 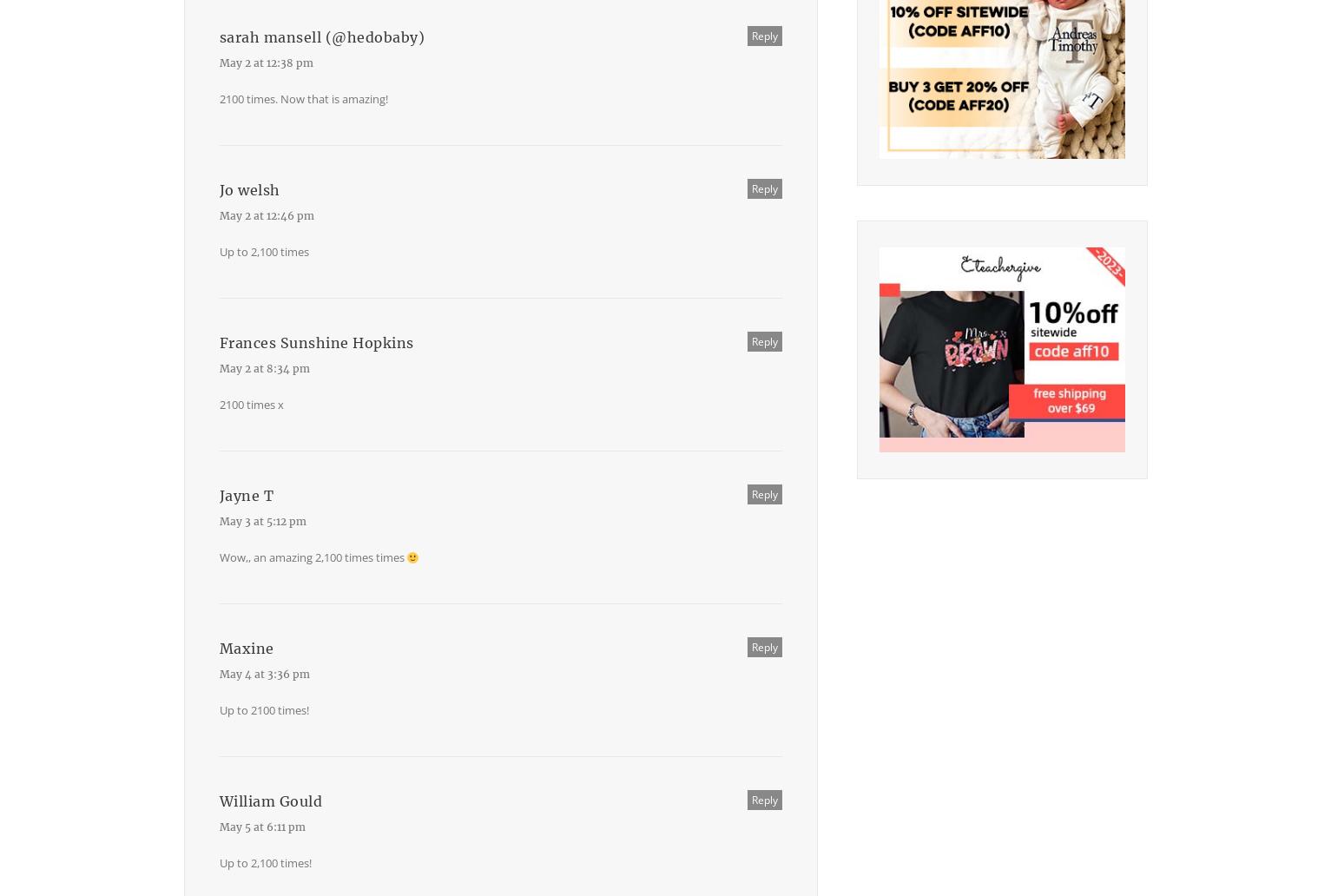 What do you see at coordinates (314, 342) in the screenshot?
I see `'Frances Sunshine Hopkins'` at bounding box center [314, 342].